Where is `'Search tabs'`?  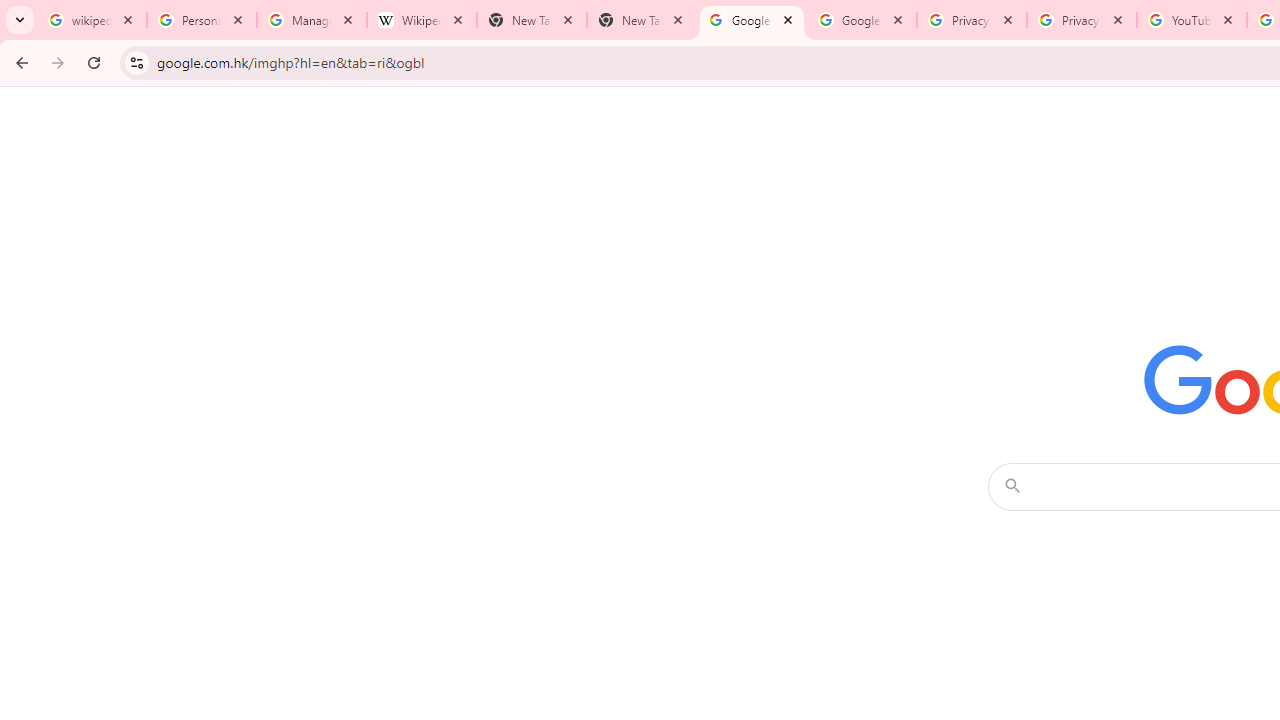
'Search tabs' is located at coordinates (20, 20).